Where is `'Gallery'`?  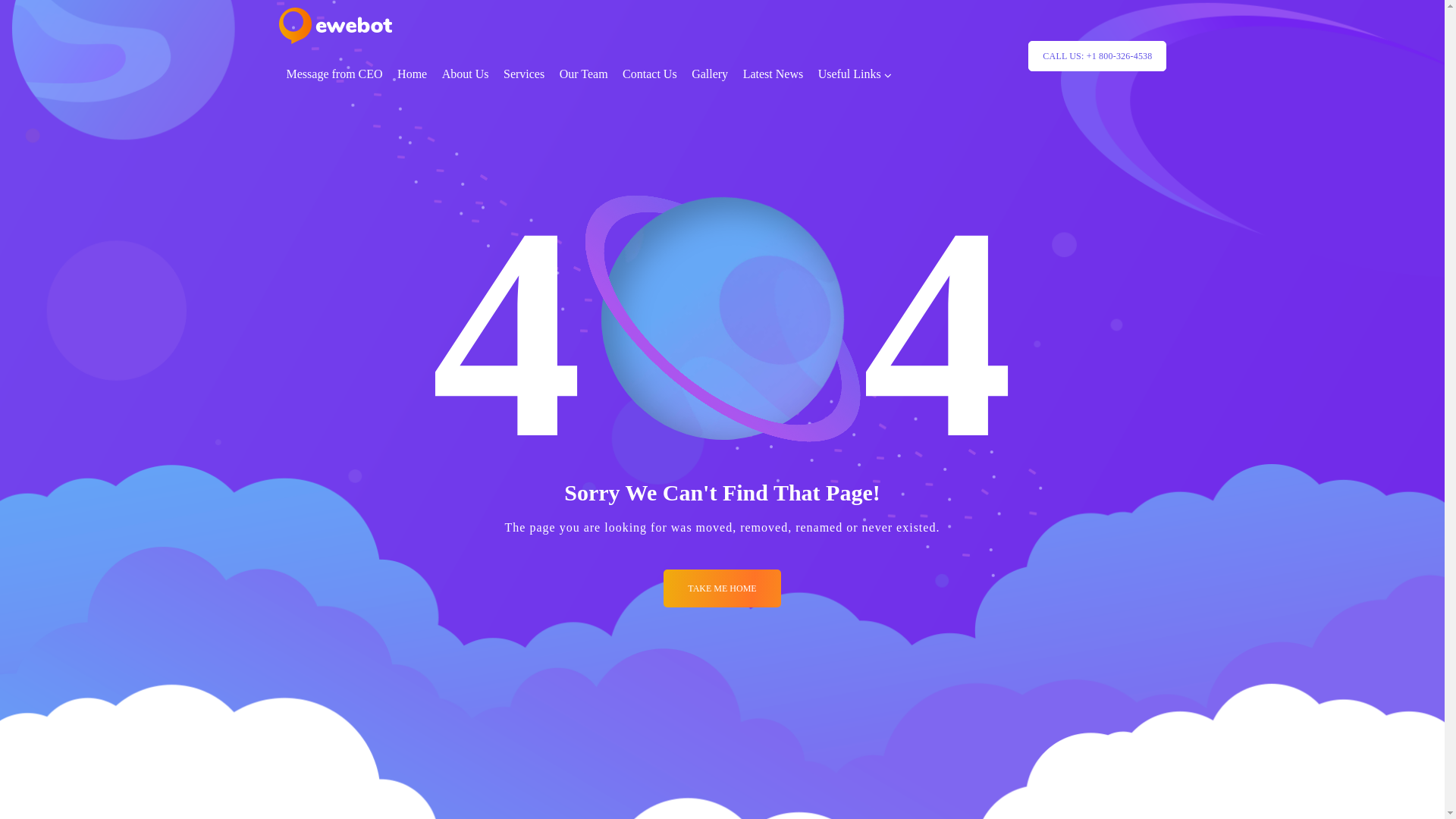
'Gallery' is located at coordinates (709, 74).